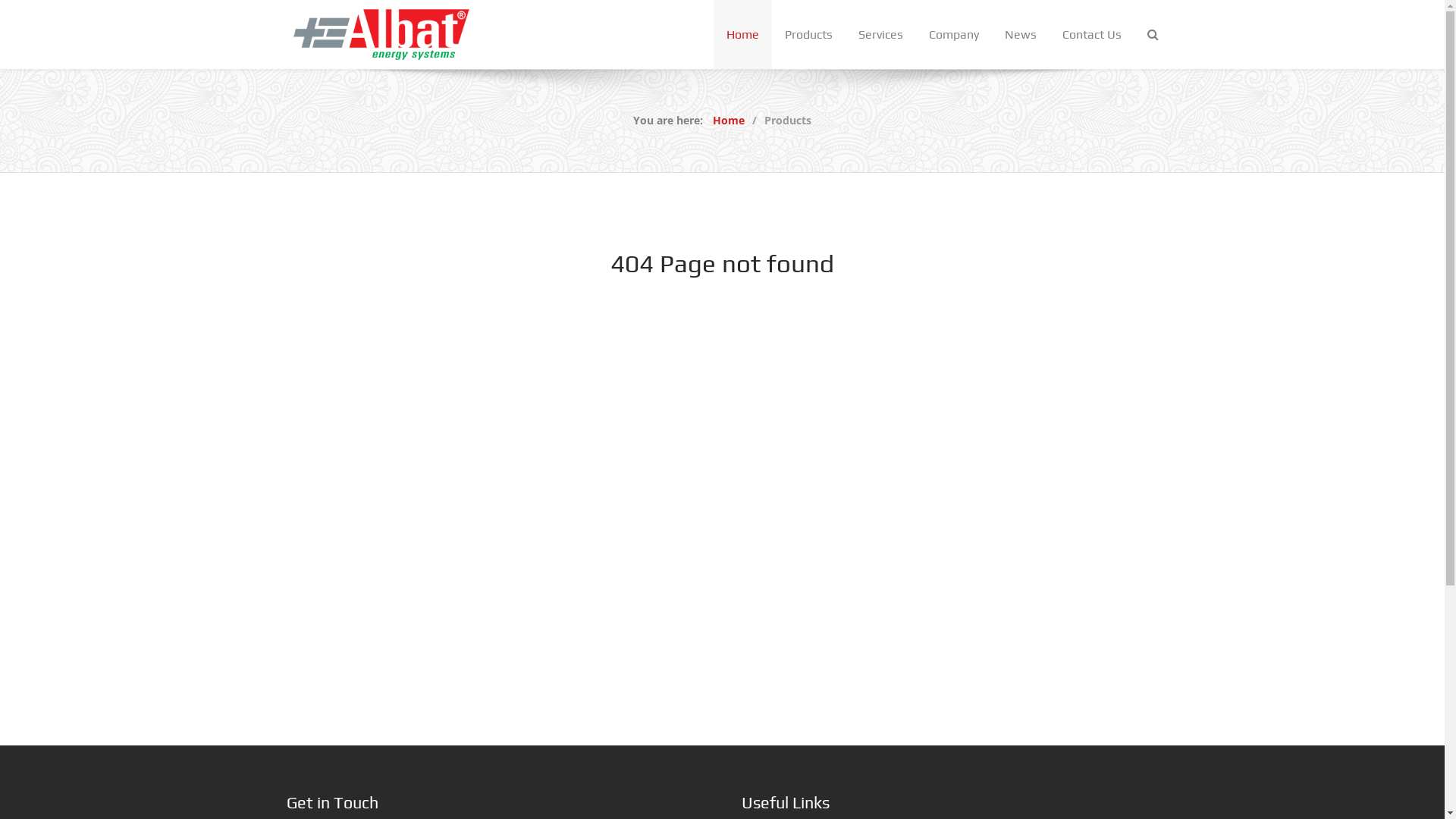  I want to click on 'Company', so click(915, 34).